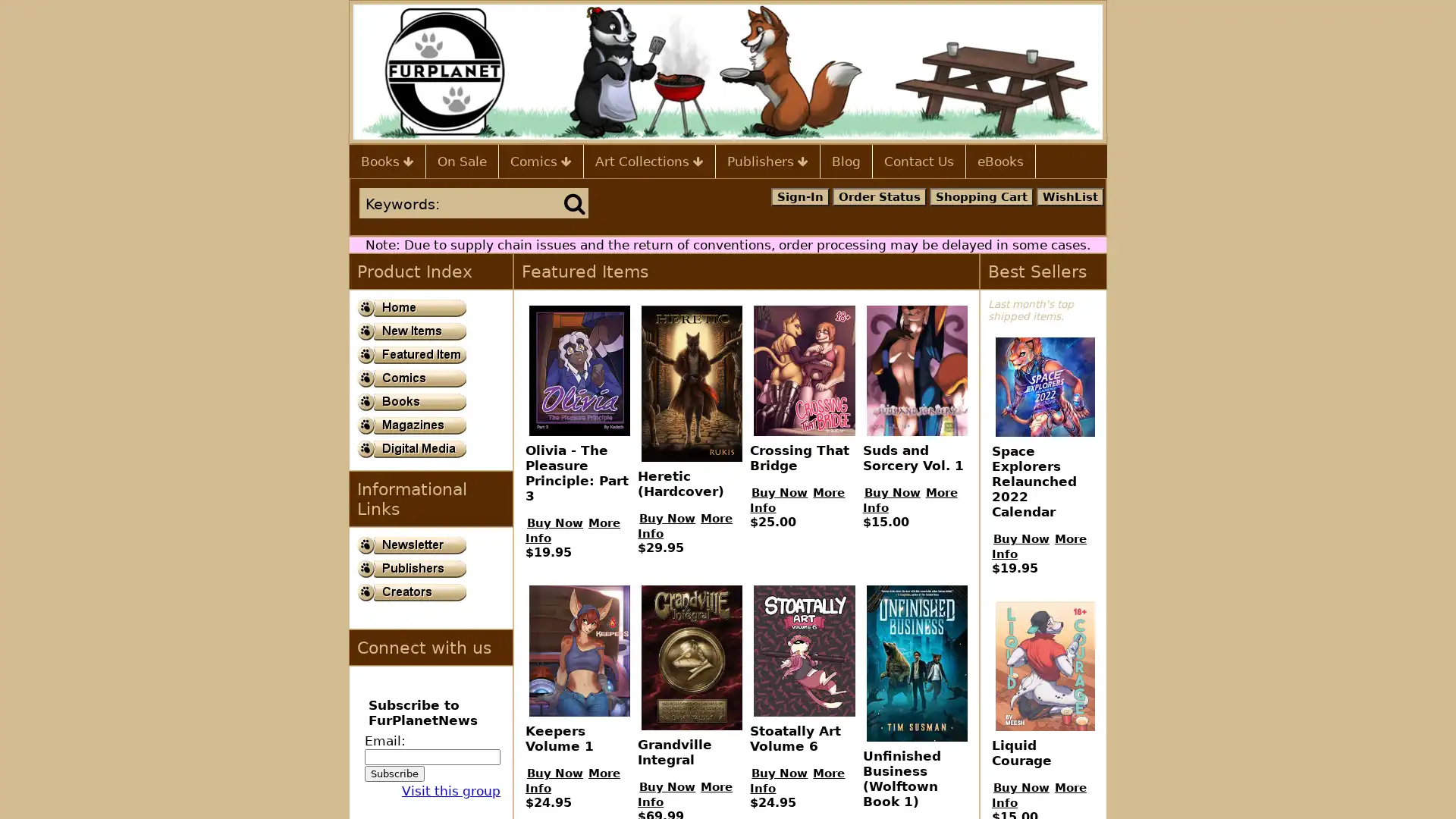 This screenshot has width=1456, height=819. Describe the element at coordinates (799, 195) in the screenshot. I see `Sign-In` at that location.